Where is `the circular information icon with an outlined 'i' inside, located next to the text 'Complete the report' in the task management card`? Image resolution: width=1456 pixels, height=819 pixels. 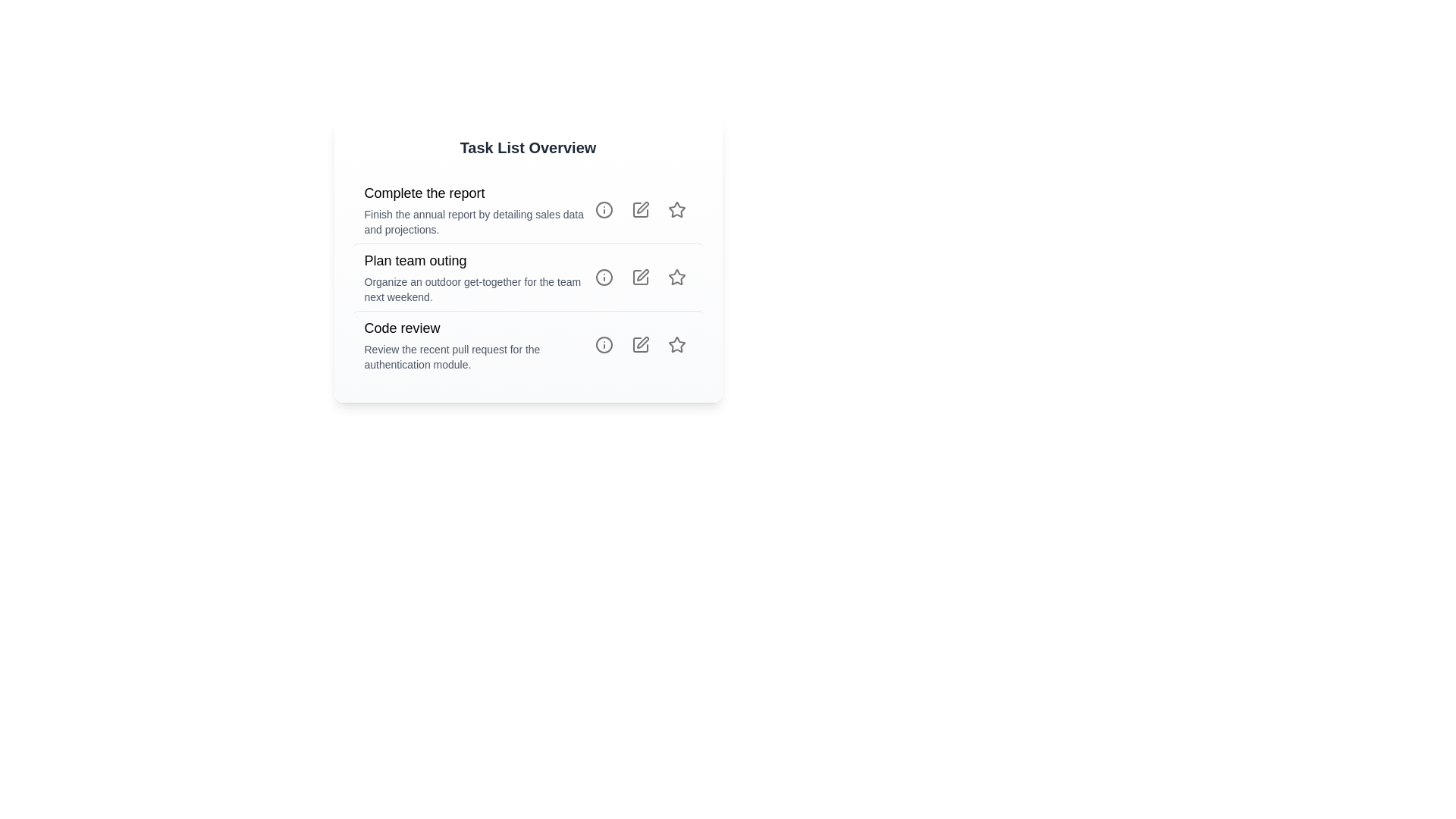 the circular information icon with an outlined 'i' inside, located next to the text 'Complete the report' in the task management card is located at coordinates (603, 210).